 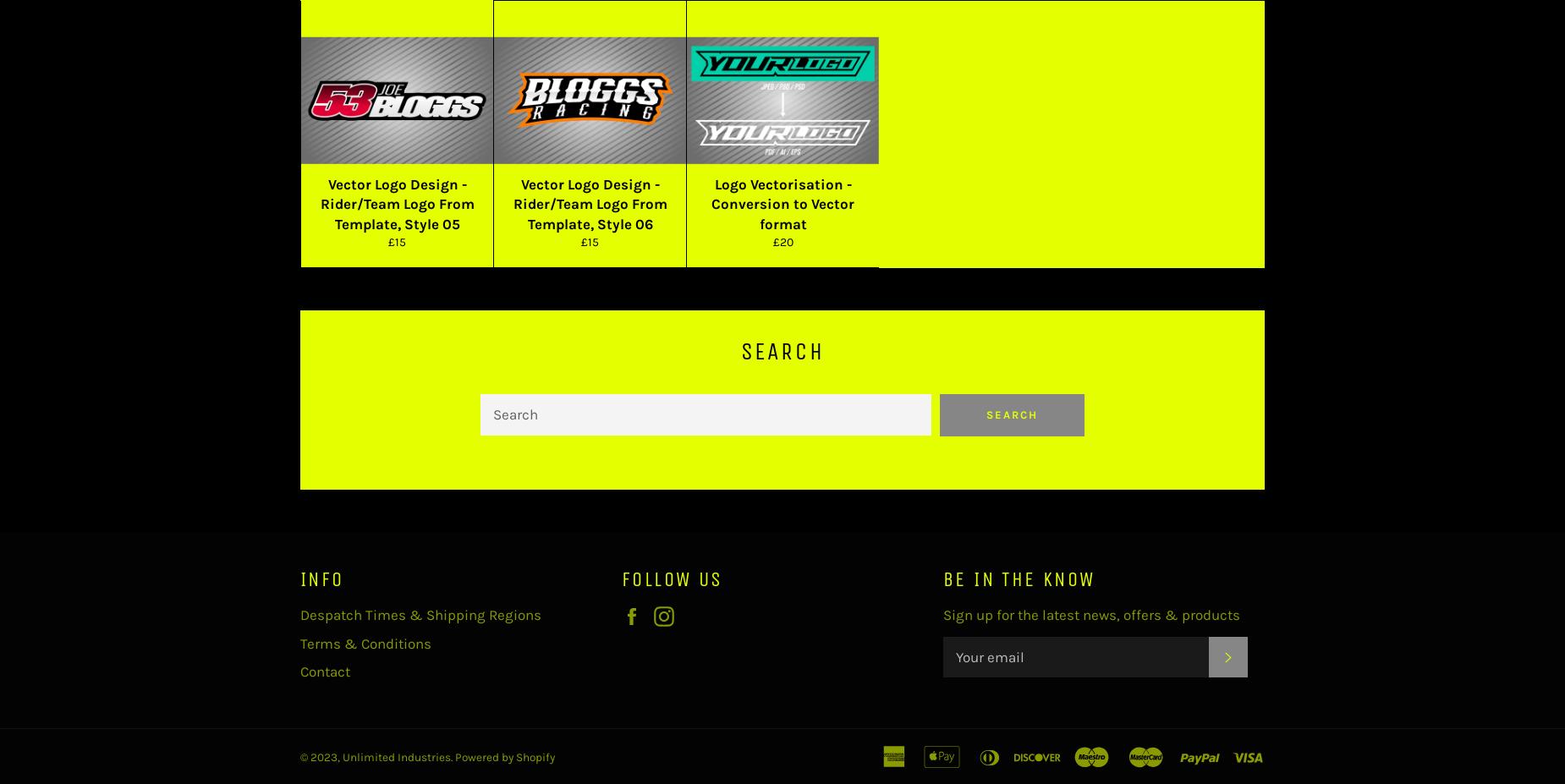 I want to click on 'Contact', so click(x=324, y=671).